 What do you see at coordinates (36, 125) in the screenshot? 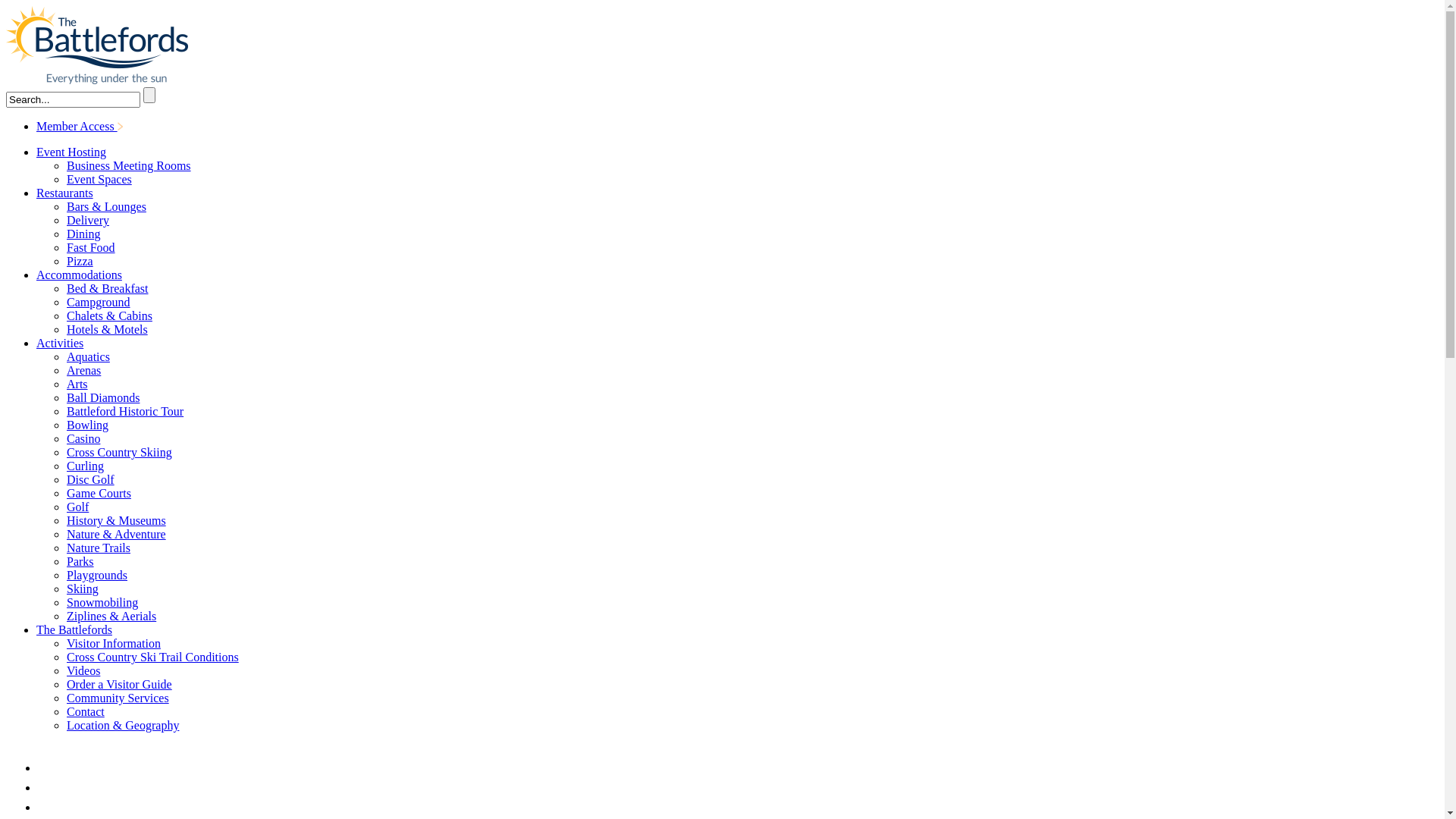
I see `'Member Access'` at bounding box center [36, 125].